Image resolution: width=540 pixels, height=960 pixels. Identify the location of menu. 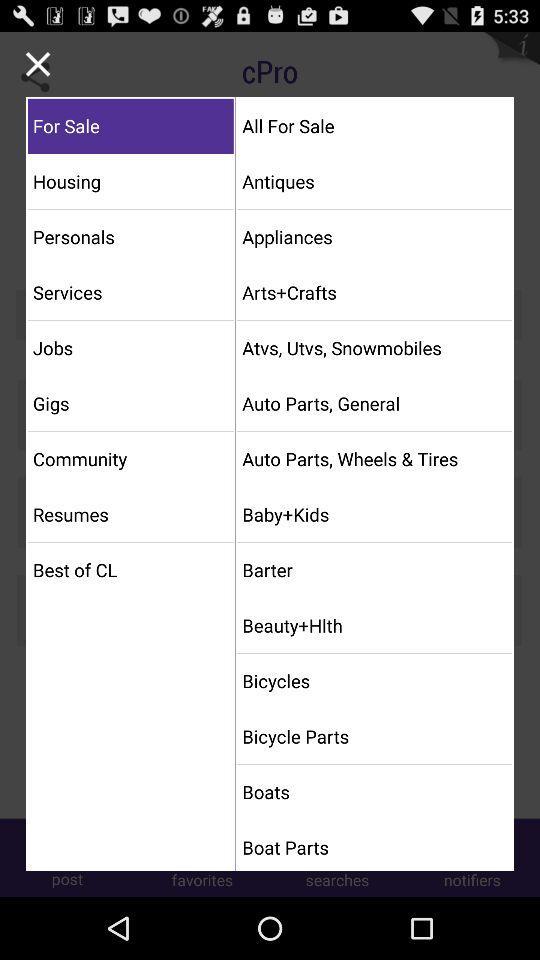
(38, 64).